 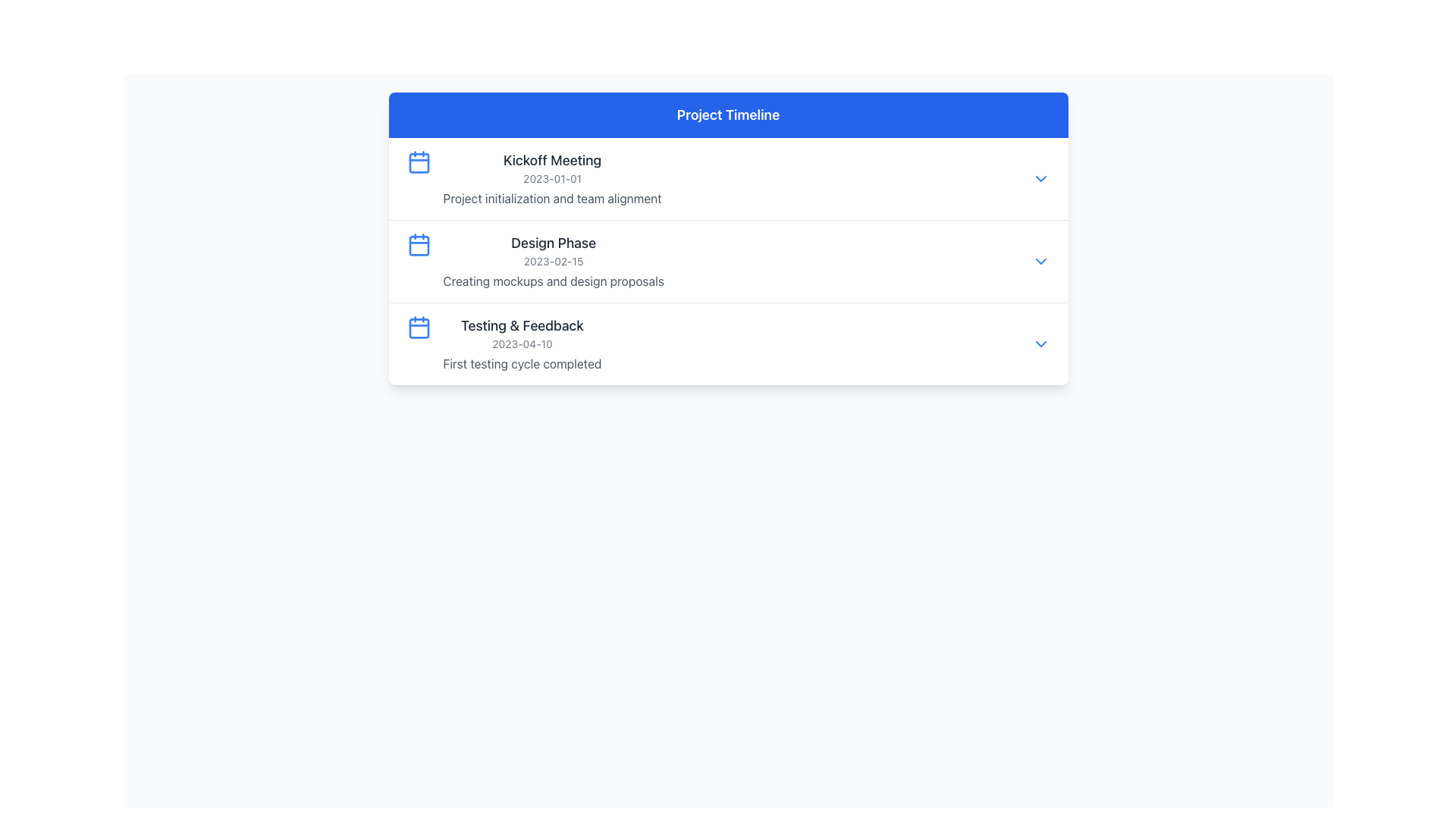 I want to click on the text snippet reading 'First testing cycle completed', which is styled in a standard sans-serif font and is gray in color, located below the date label '2023-04-10' in the 'Testing & Feedback' section, so click(x=522, y=363).